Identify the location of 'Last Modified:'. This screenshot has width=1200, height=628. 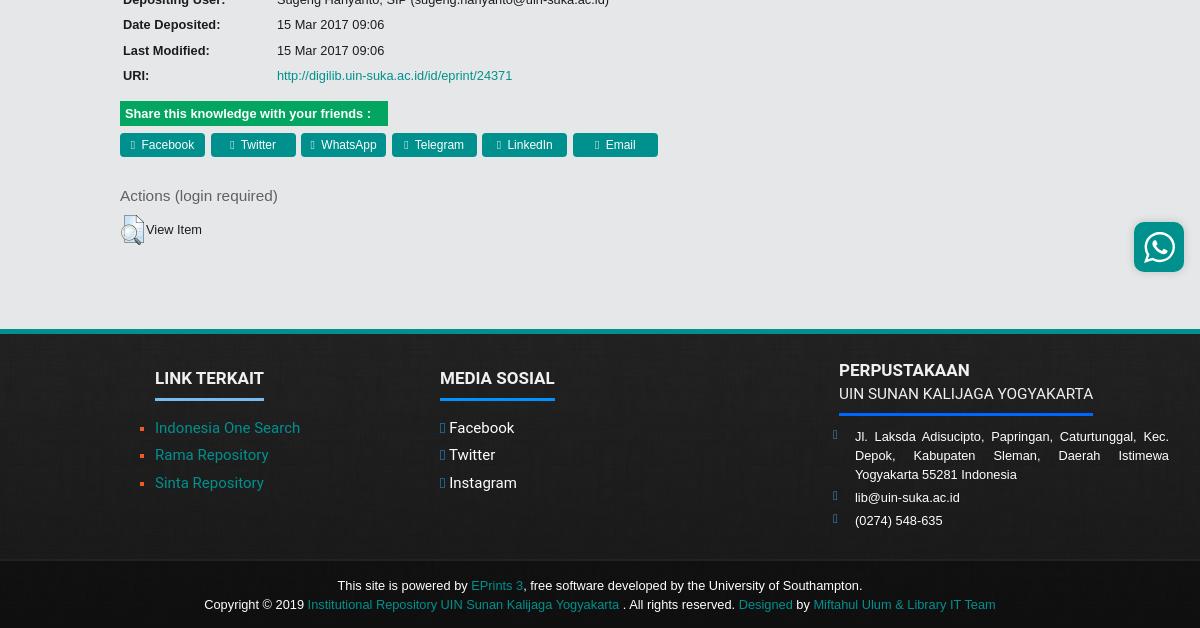
(164, 49).